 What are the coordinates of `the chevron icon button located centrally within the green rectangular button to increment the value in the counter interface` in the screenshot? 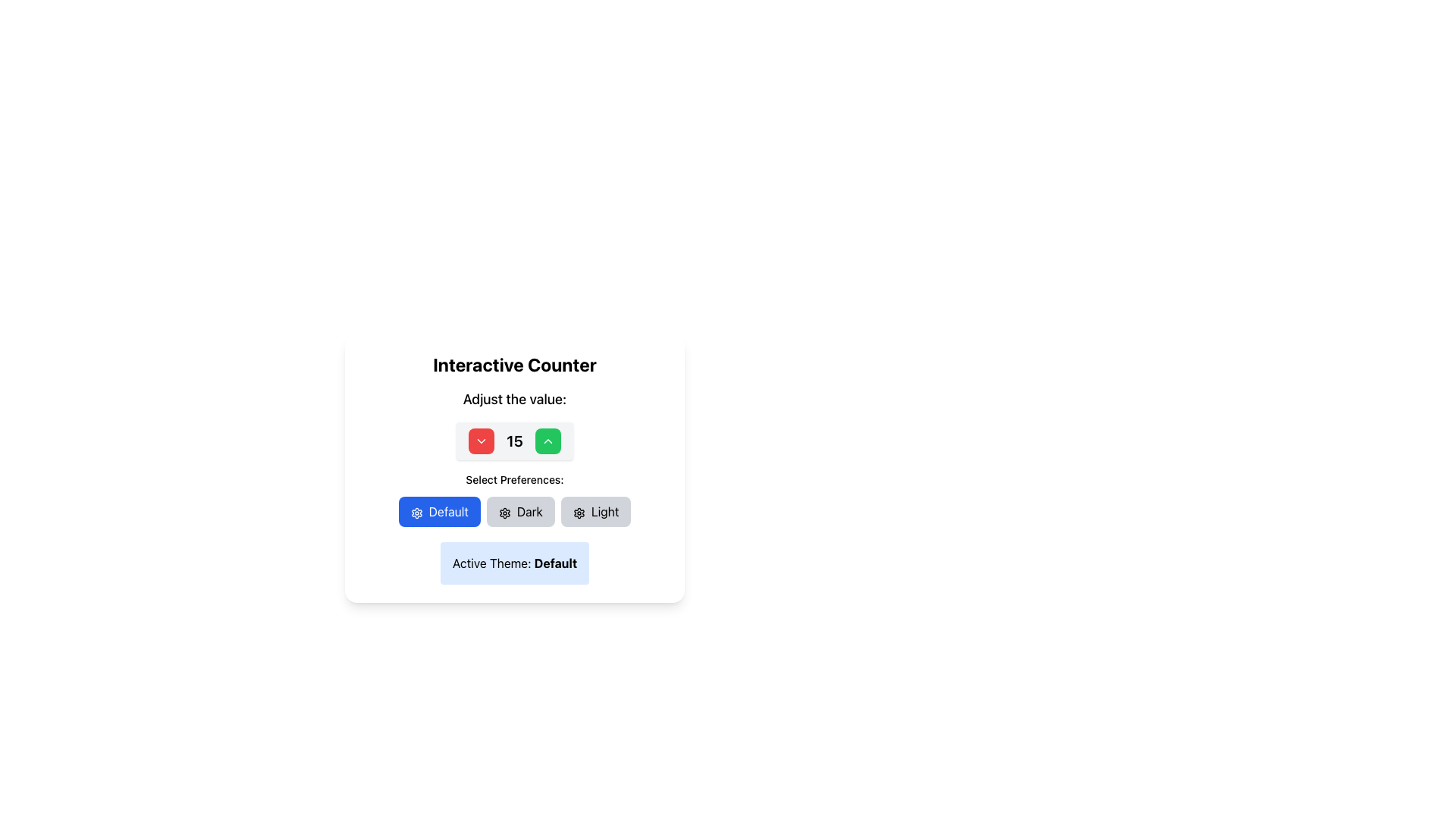 It's located at (547, 441).